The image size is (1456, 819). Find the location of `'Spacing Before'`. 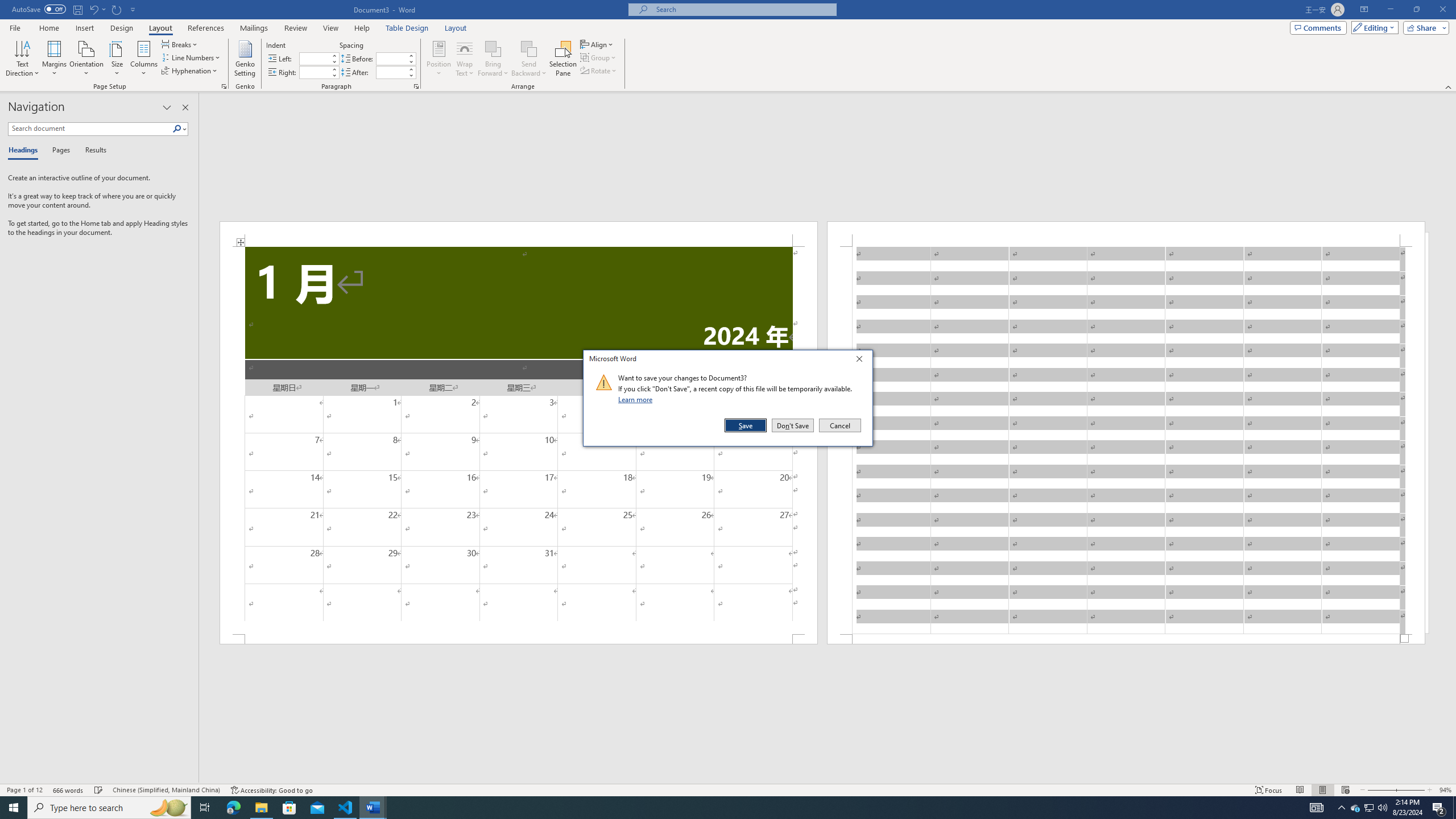

'Spacing Before' is located at coordinates (391, 58).